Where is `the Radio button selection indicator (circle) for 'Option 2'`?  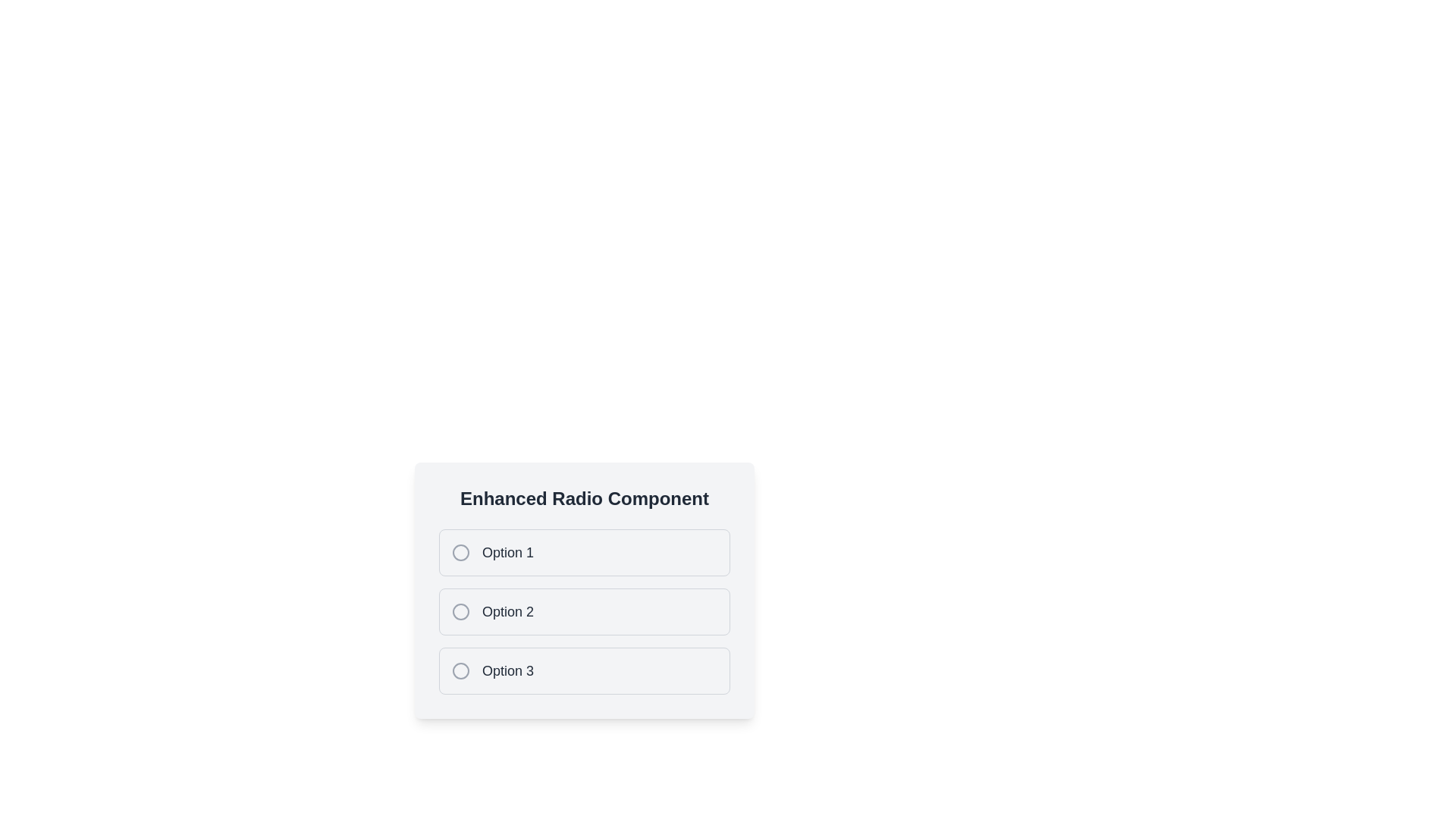
the Radio button selection indicator (circle) for 'Option 2' is located at coordinates (460, 610).